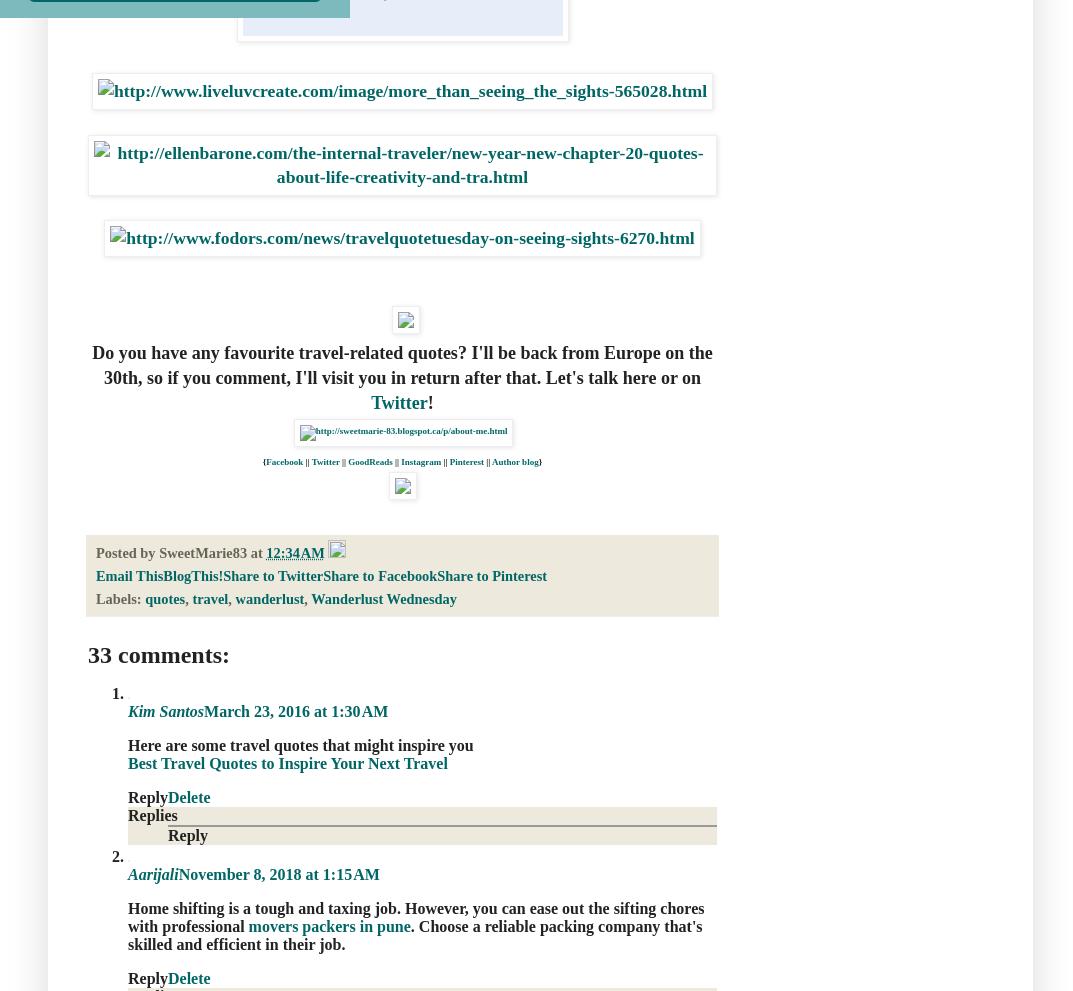 The width and height of the screenshot is (1073, 991). What do you see at coordinates (126, 550) in the screenshot?
I see `'Posted by'` at bounding box center [126, 550].